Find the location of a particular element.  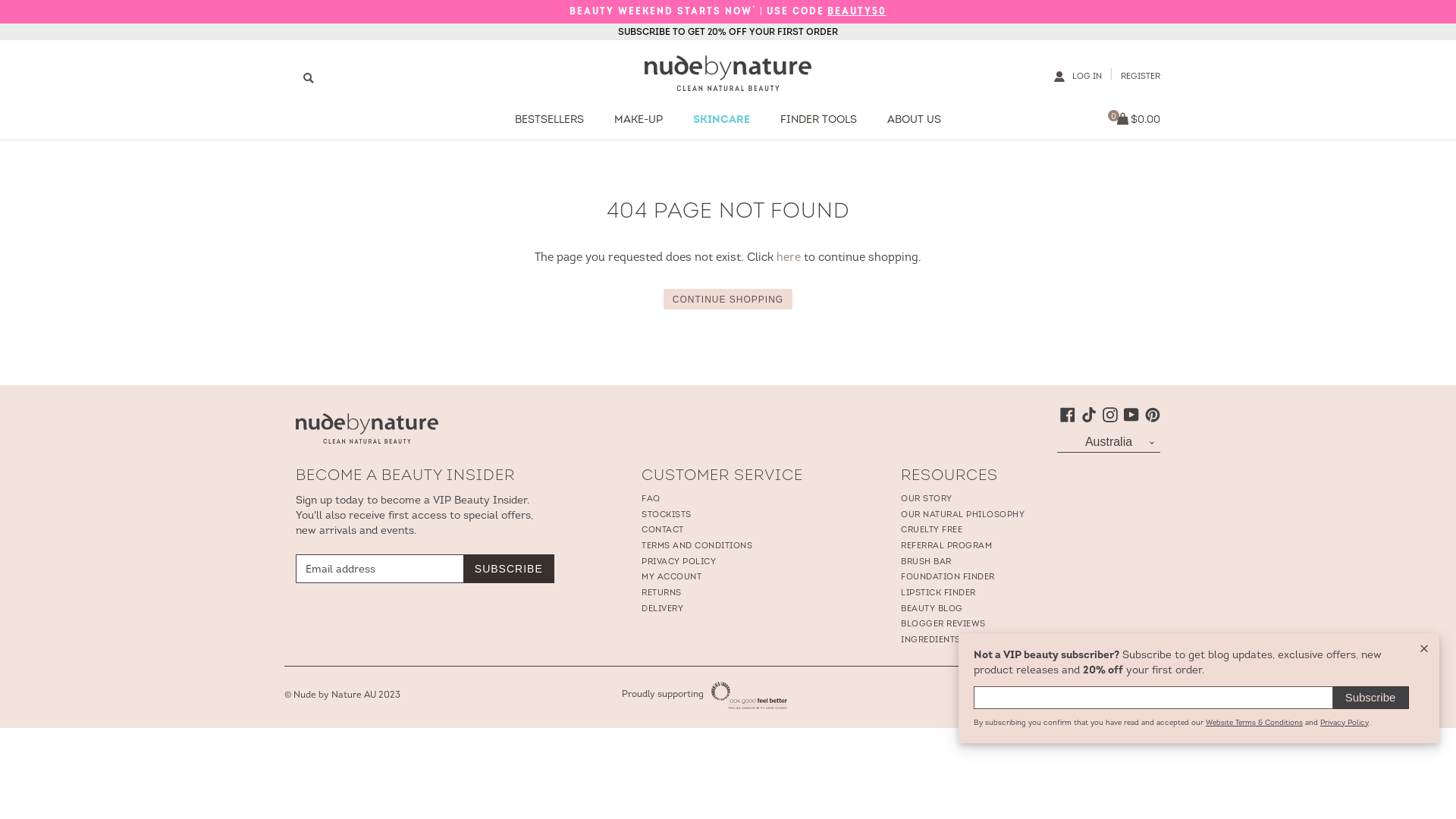

'REGISTER' is located at coordinates (1140, 77).